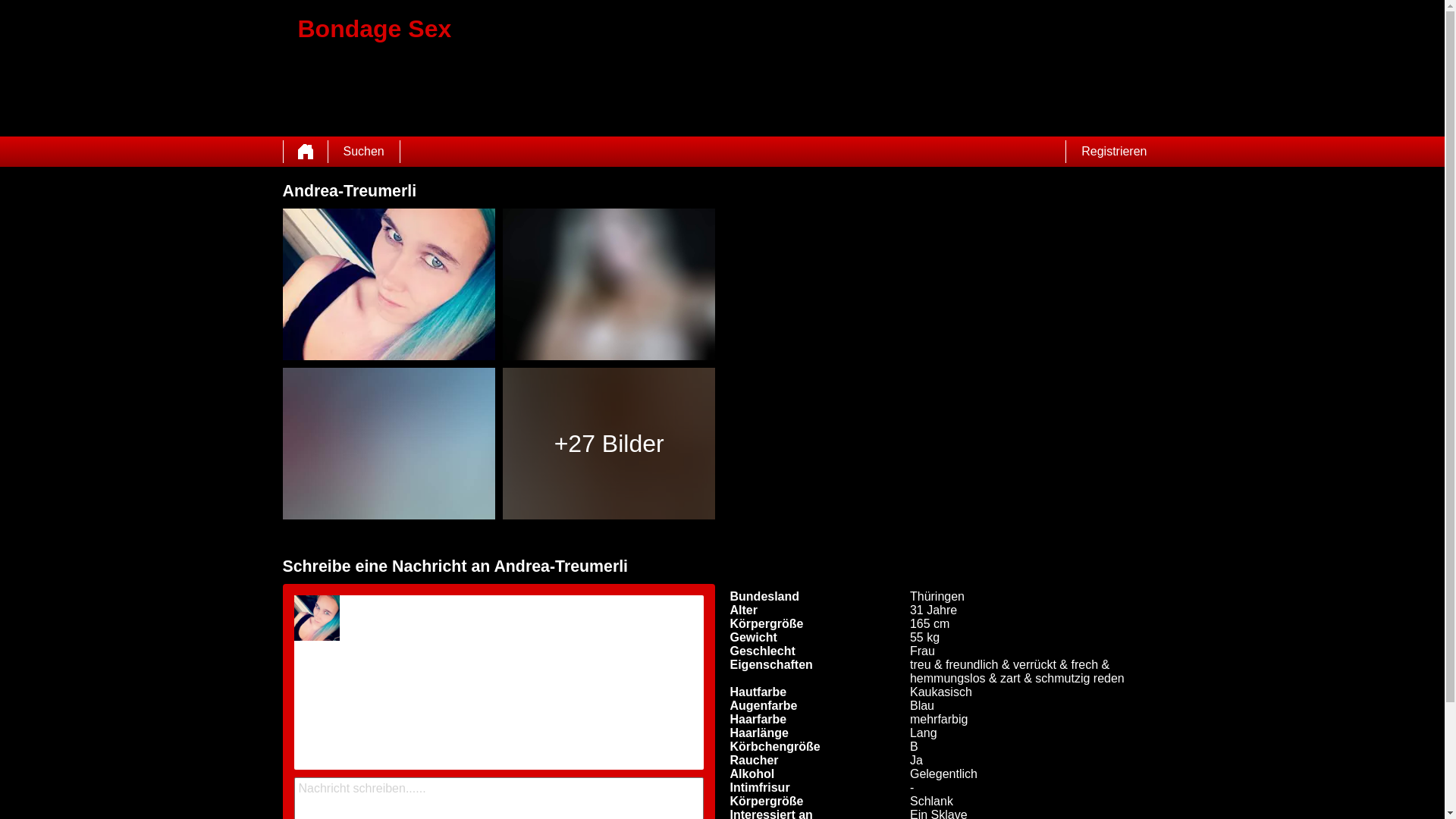 Image resolution: width=1456 pixels, height=819 pixels. What do you see at coordinates (1113, 152) in the screenshot?
I see `'Registrieren'` at bounding box center [1113, 152].